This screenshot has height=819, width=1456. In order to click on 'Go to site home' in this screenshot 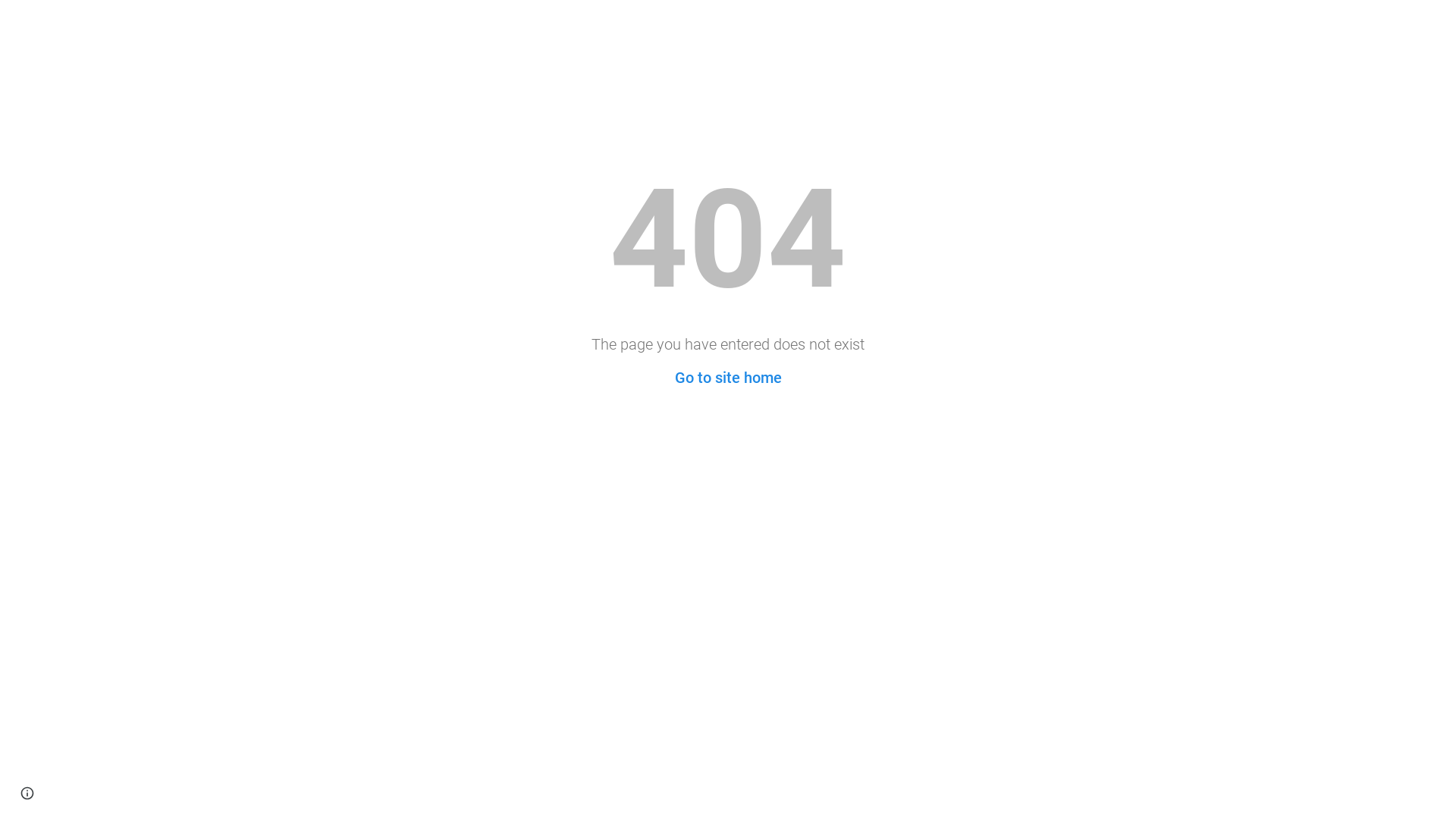, I will do `click(728, 376)`.